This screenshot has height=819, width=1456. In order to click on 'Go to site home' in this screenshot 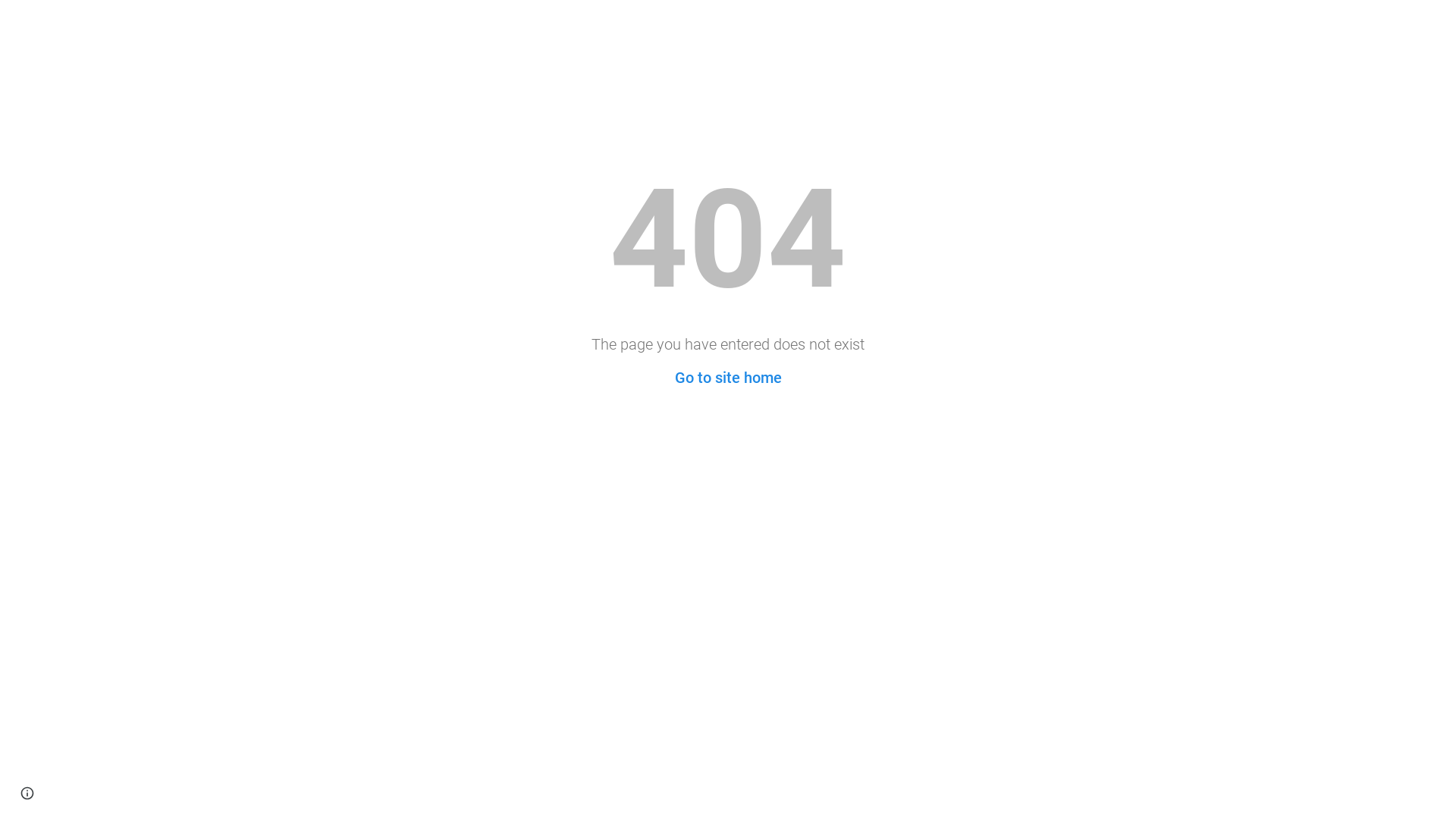, I will do `click(728, 376)`.